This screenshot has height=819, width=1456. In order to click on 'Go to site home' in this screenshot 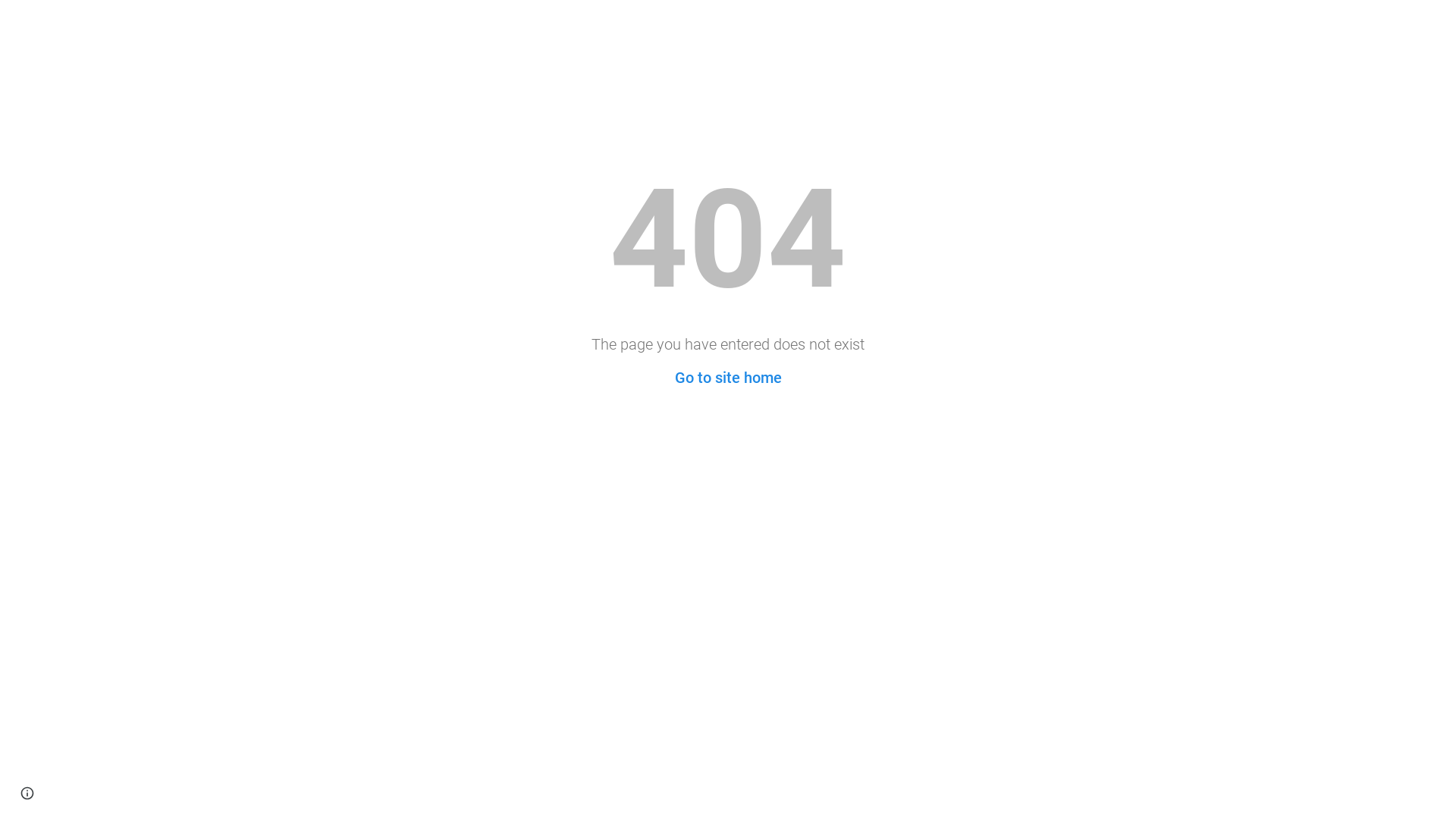, I will do `click(728, 376)`.